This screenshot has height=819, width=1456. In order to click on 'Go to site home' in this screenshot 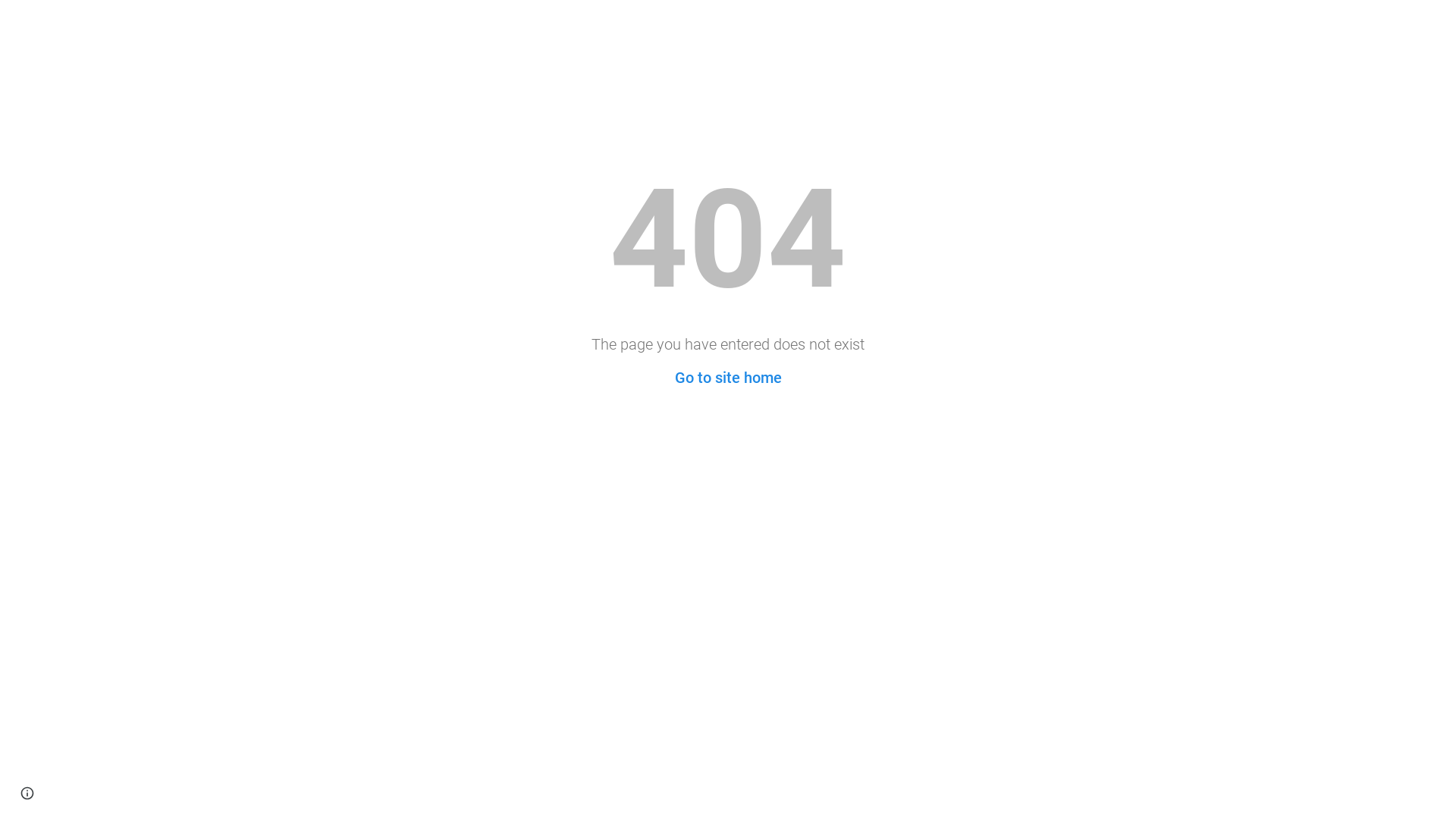, I will do `click(728, 376)`.